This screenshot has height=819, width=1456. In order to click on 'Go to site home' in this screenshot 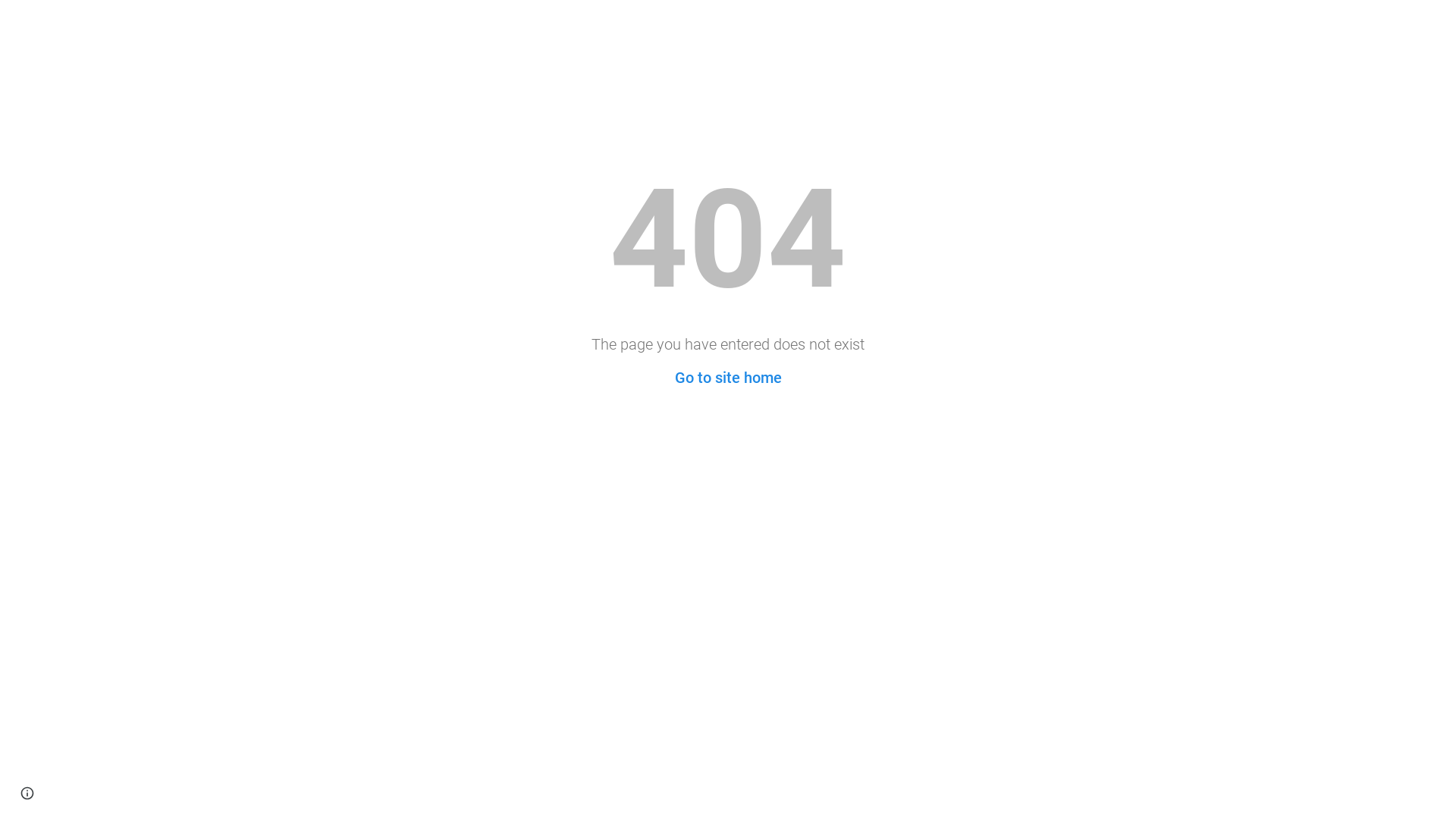, I will do `click(728, 376)`.